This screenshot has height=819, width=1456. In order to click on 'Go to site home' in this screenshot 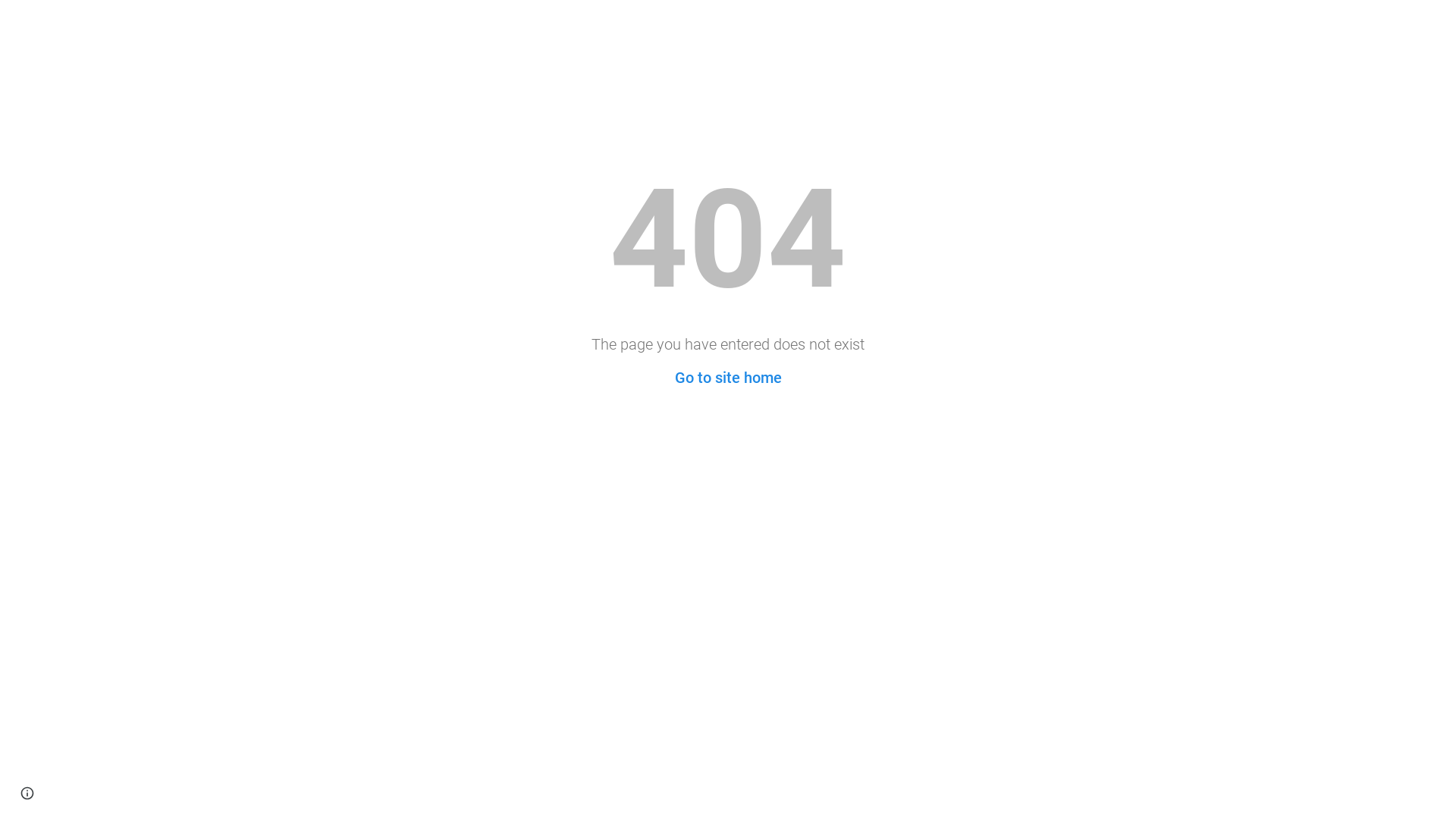, I will do `click(728, 376)`.